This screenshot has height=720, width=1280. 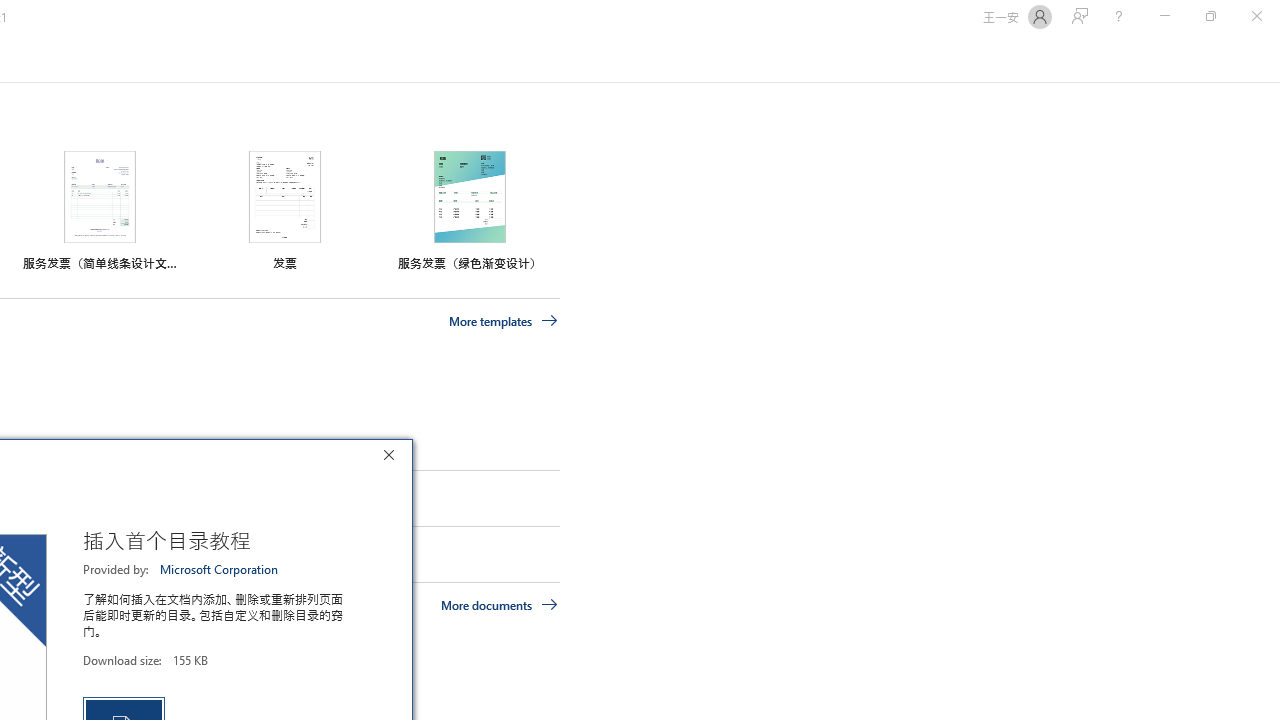 I want to click on 'Microsoft Corporation', so click(x=220, y=569).